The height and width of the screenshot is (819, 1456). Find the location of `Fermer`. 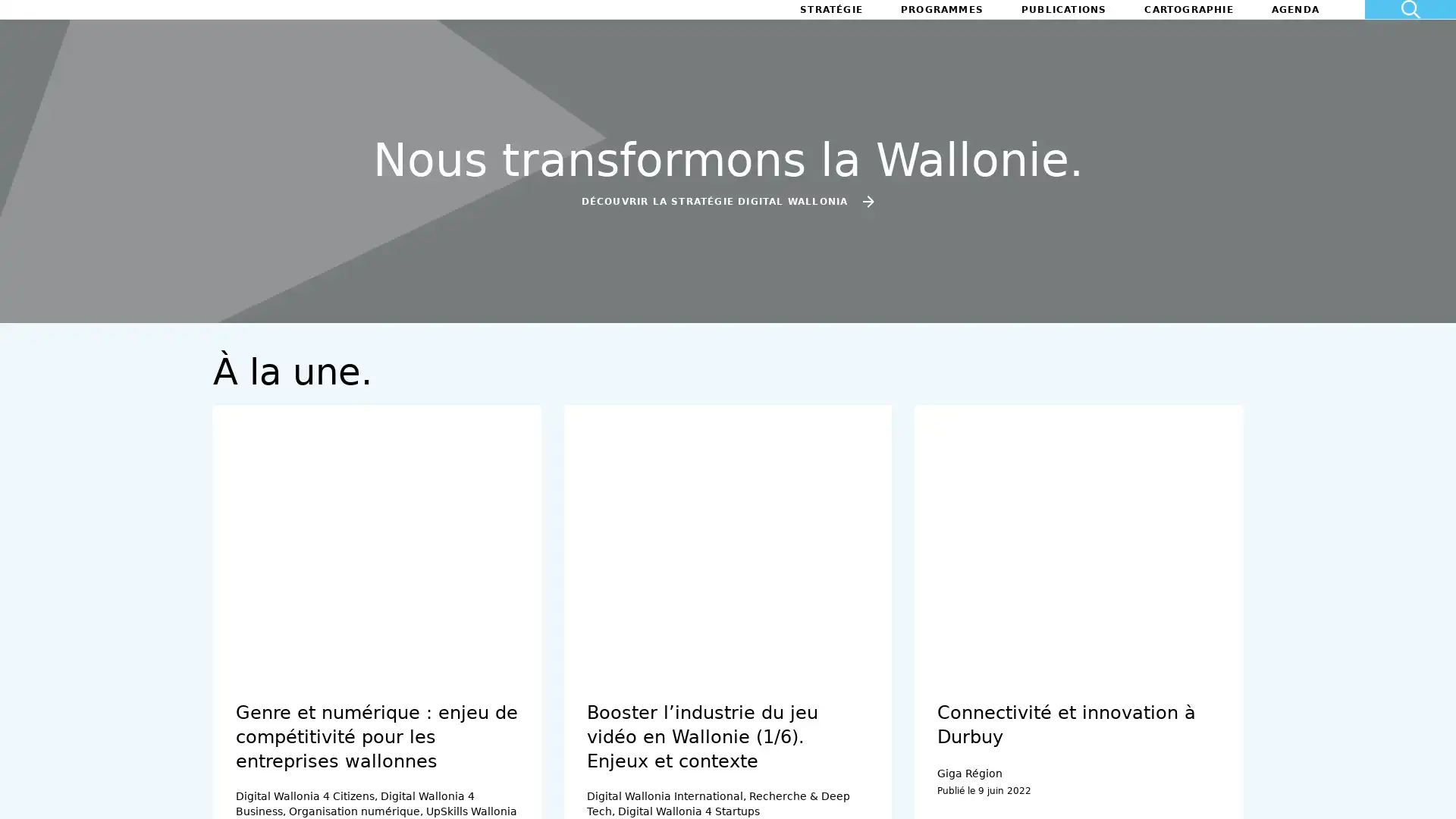

Fermer is located at coordinates (32, 792).